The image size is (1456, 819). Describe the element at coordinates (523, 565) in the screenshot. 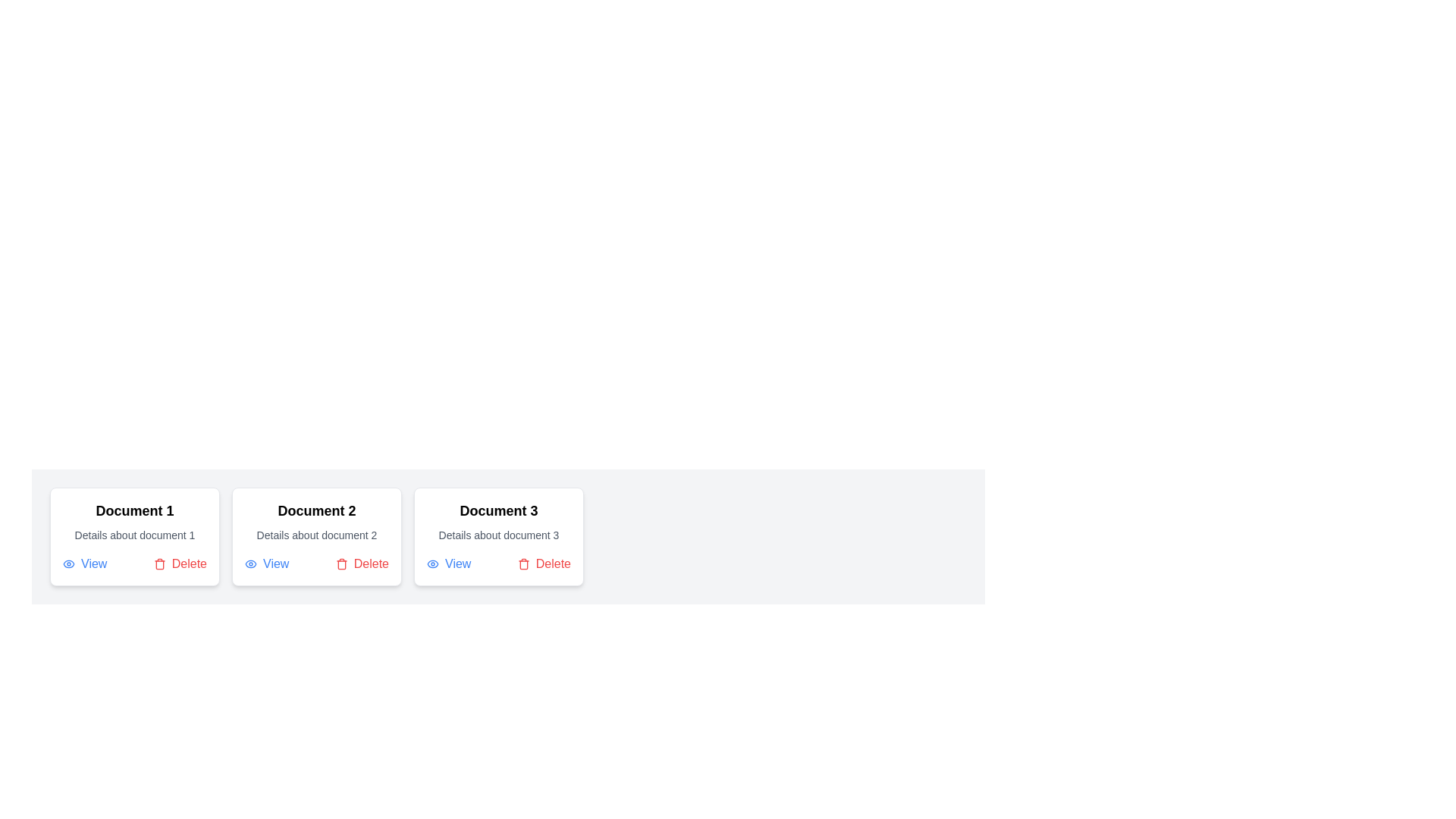

I see `the second vertical subcomponent of the trash icon, which symbolizes a delete action, located to the right of the 'View' and 'Delete' buttons under the 'Document 3' section` at that location.